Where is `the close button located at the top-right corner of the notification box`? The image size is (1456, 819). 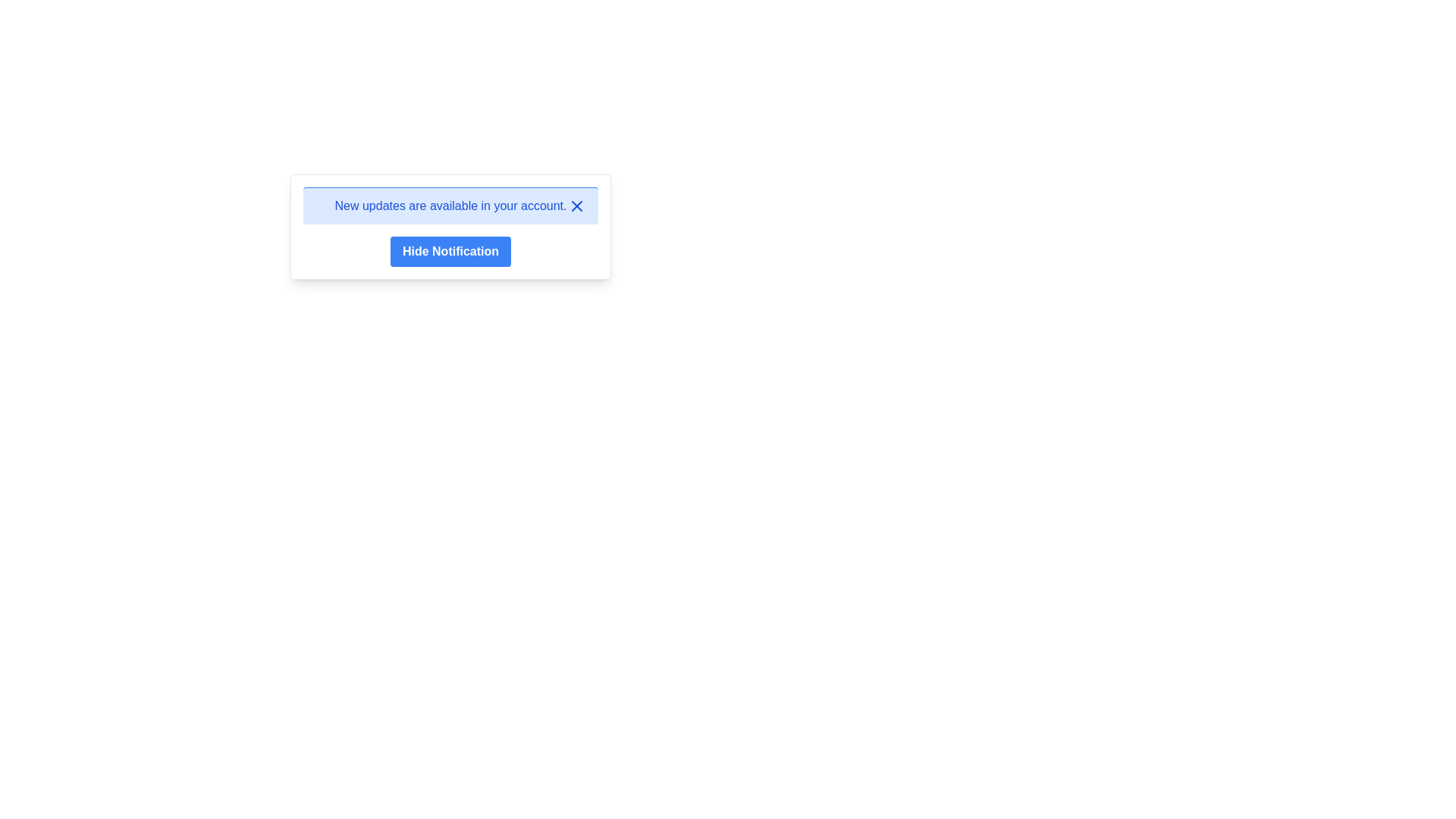
the close button located at the top-right corner of the notification box is located at coordinates (576, 206).